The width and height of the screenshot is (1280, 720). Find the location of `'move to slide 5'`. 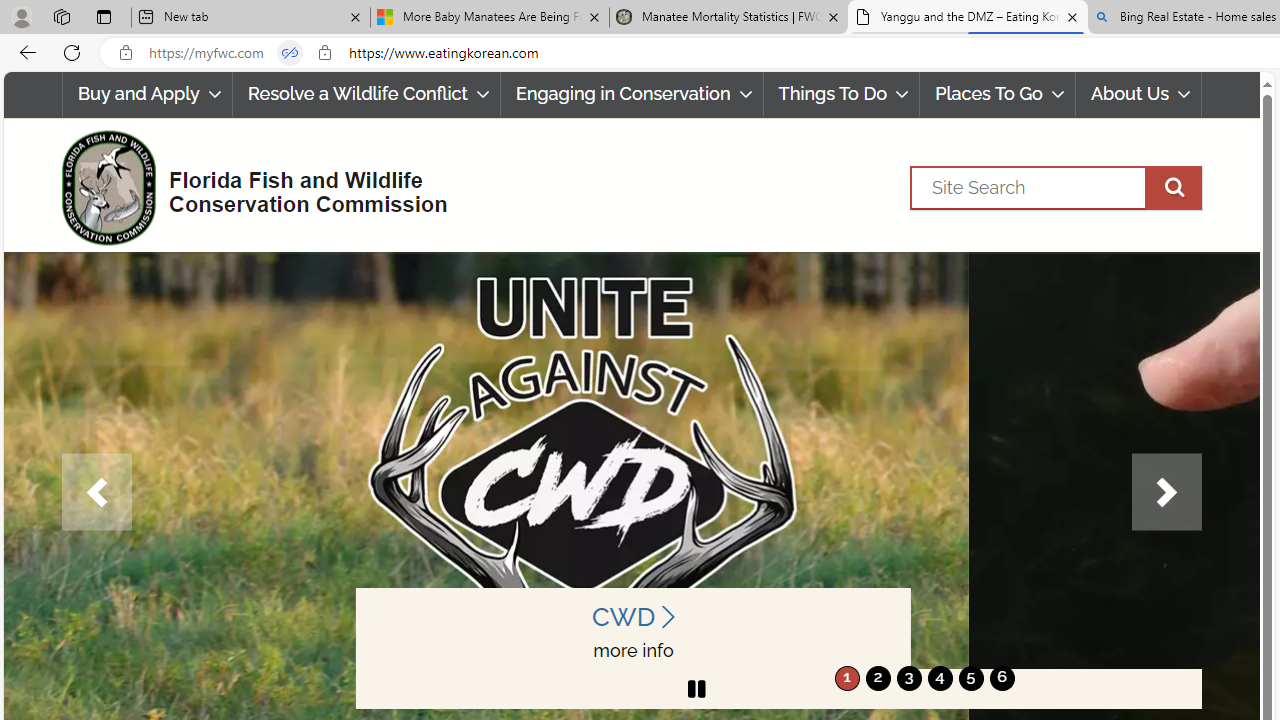

'move to slide 5' is located at coordinates (970, 677).